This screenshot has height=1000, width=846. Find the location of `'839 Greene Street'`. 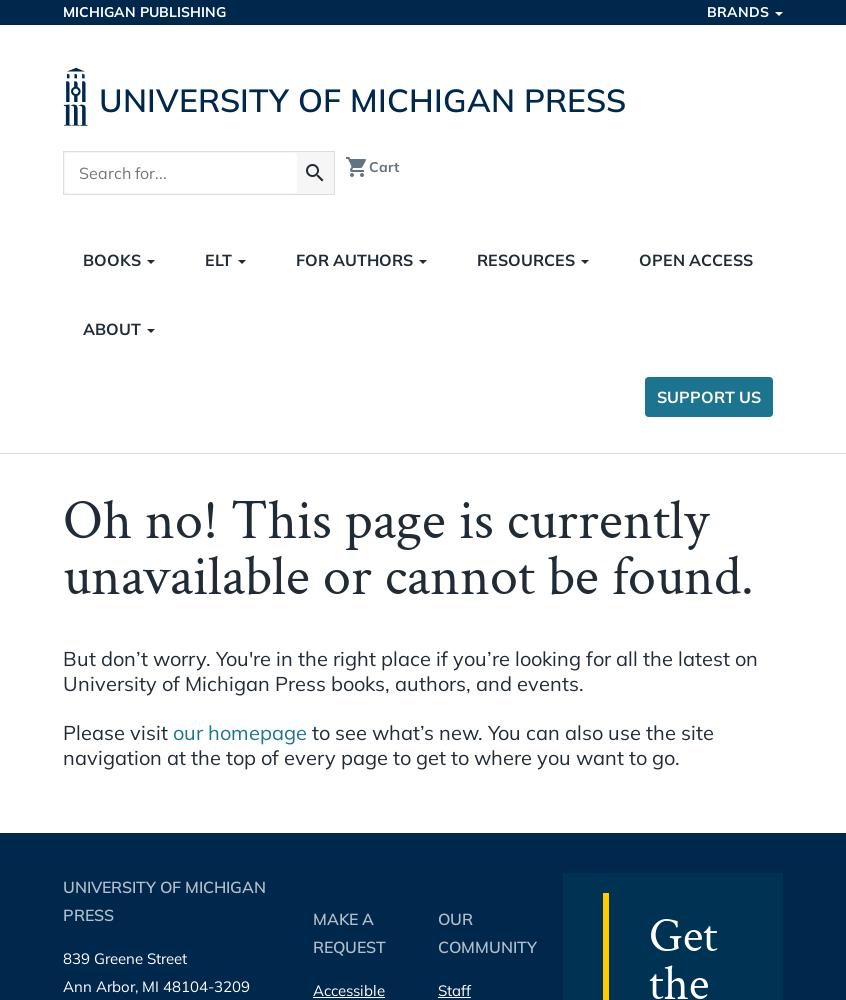

'839 Greene Street' is located at coordinates (62, 957).